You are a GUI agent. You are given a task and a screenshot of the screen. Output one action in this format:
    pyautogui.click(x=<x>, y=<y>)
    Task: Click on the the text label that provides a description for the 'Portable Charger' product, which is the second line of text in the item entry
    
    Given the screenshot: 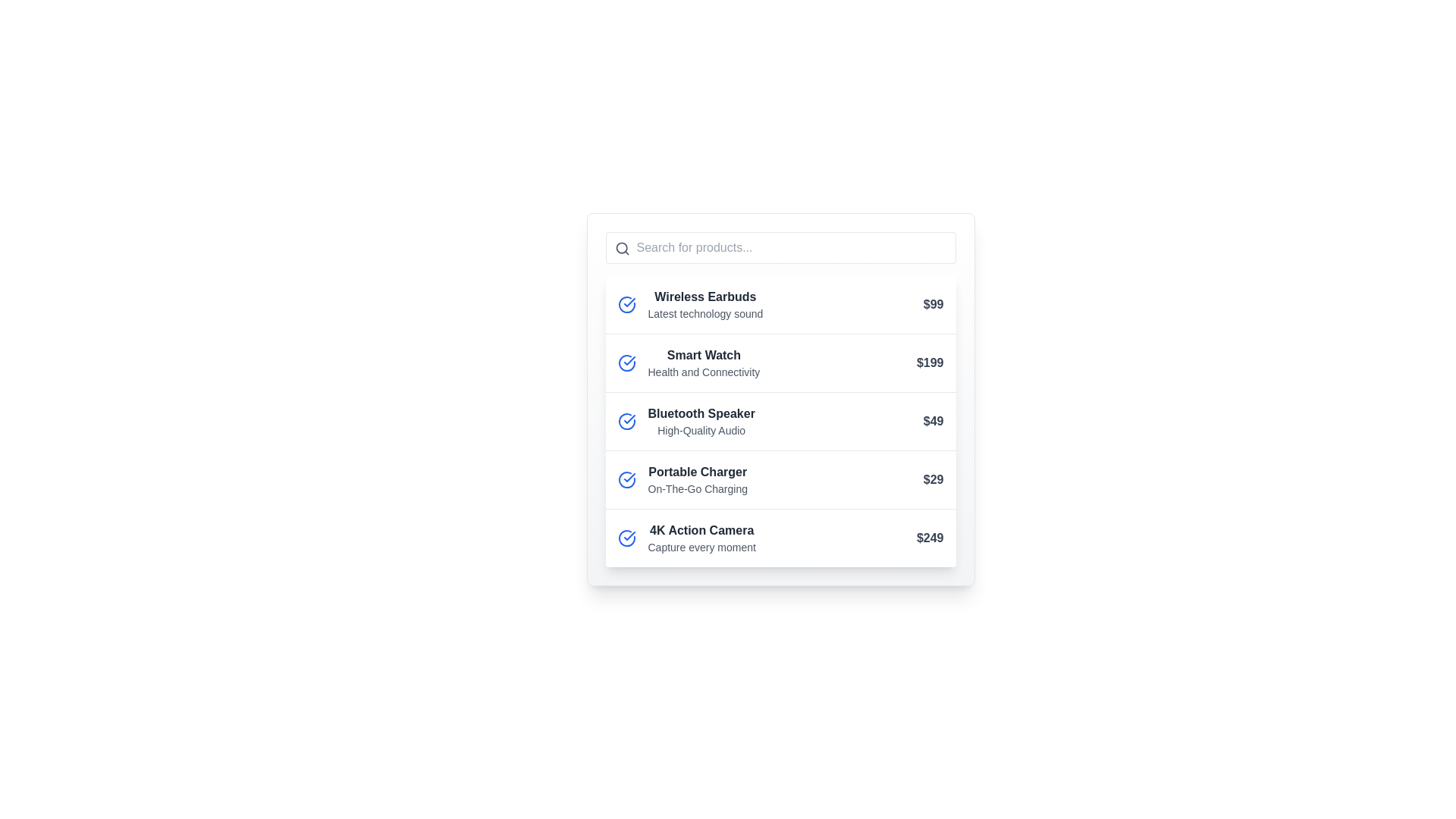 What is the action you would take?
    pyautogui.click(x=697, y=488)
    